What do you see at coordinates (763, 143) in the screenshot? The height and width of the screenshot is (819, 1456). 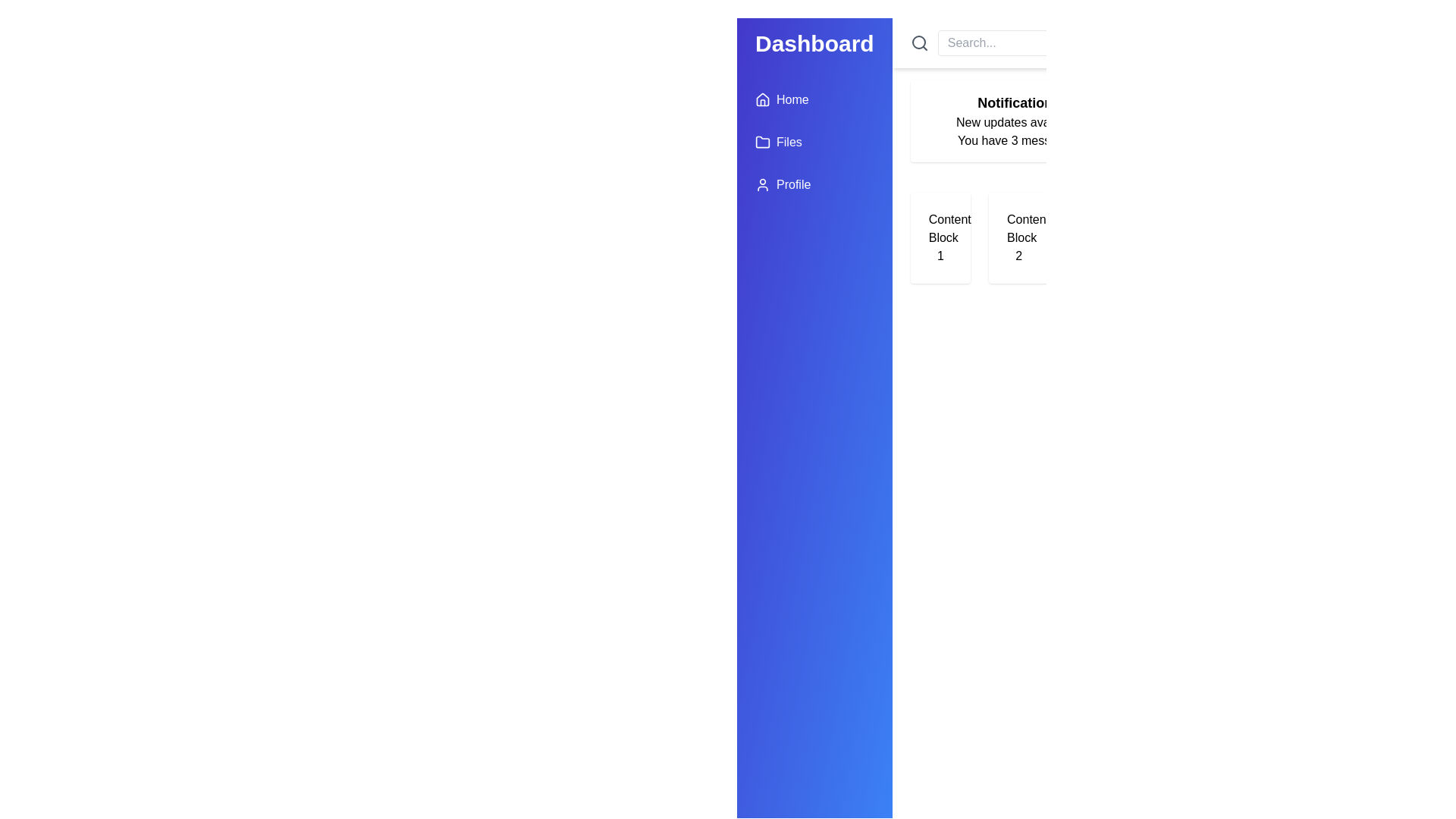 I see `the folder icon in the left sidebar menu` at bounding box center [763, 143].